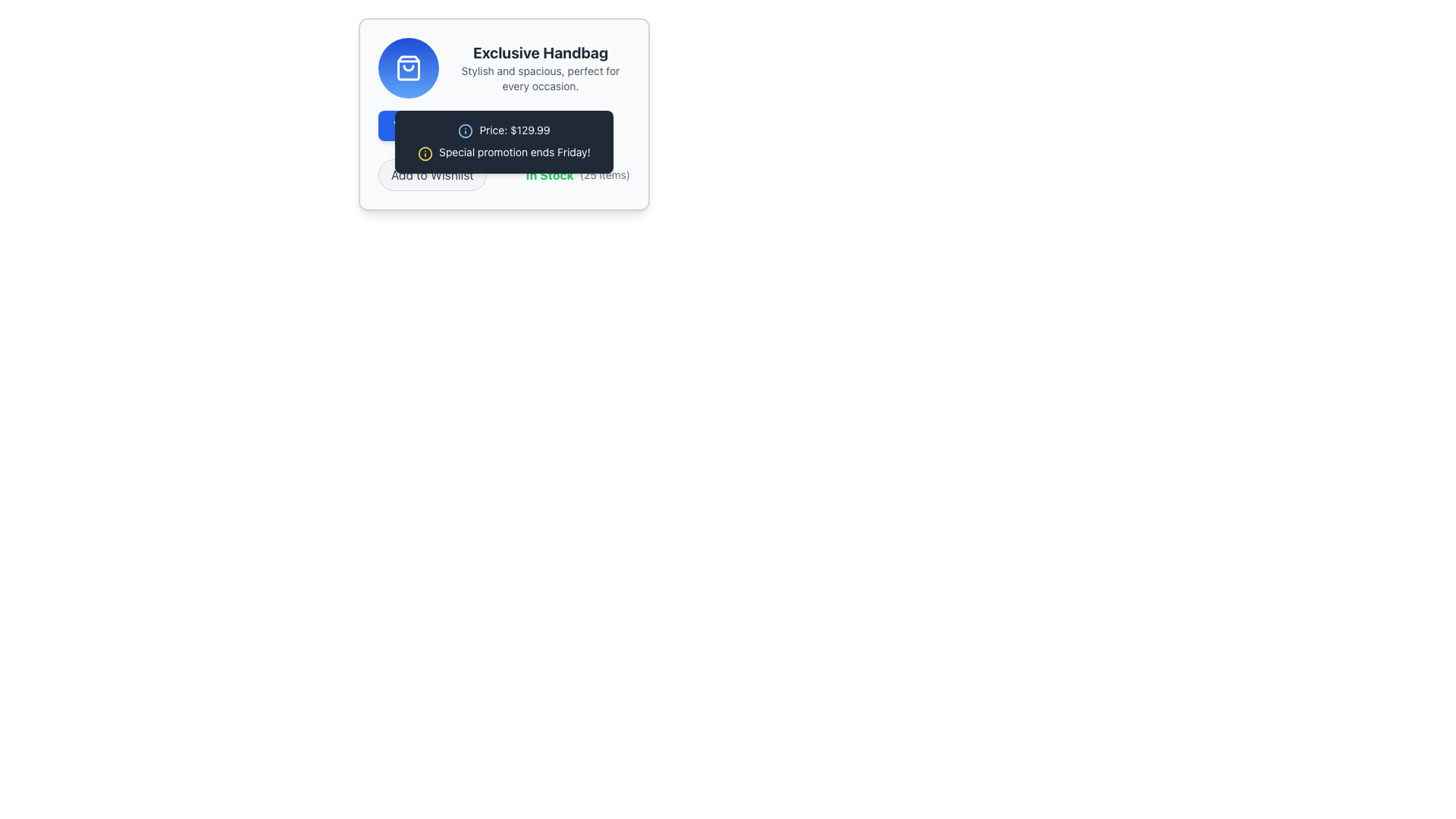  What do you see at coordinates (408, 67) in the screenshot?
I see `the shopping bag graphical icon located in the upper left section of the interface, specifically within the top left circular icon of the 'Exclusive Handbag' card` at bounding box center [408, 67].